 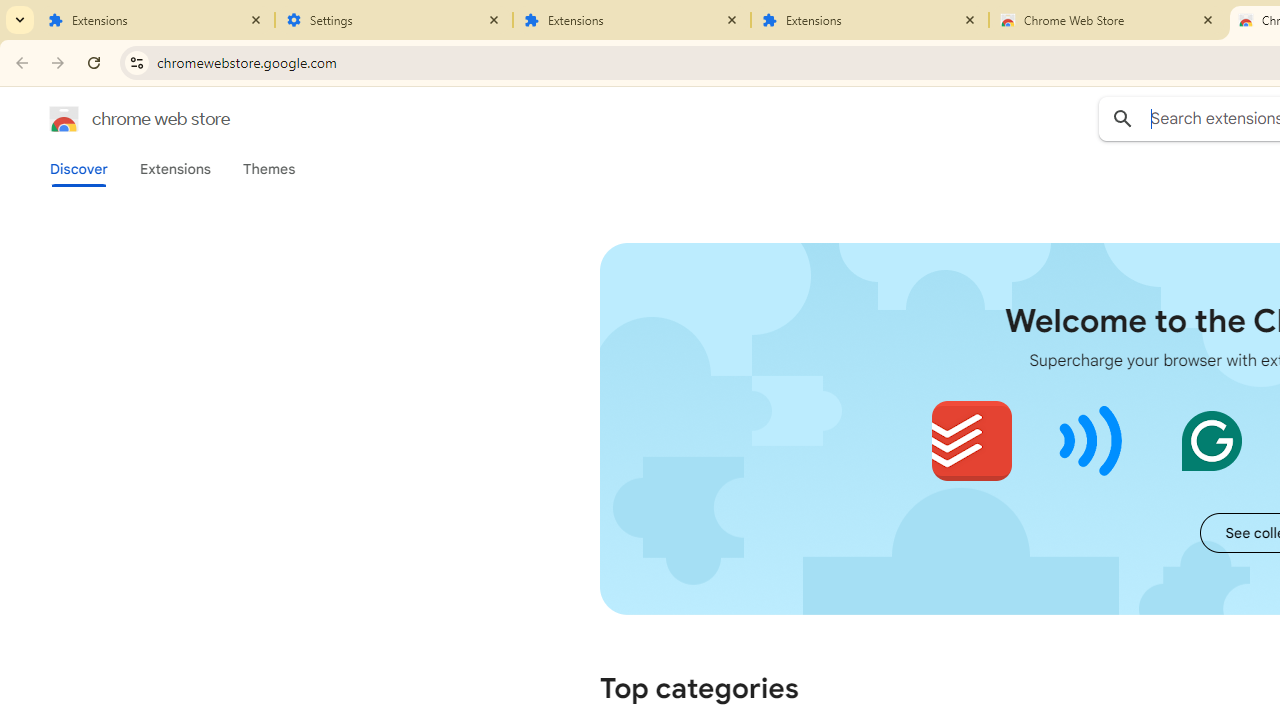 What do you see at coordinates (118, 119) in the screenshot?
I see `'Chrome Web Store logo chrome web store'` at bounding box center [118, 119].